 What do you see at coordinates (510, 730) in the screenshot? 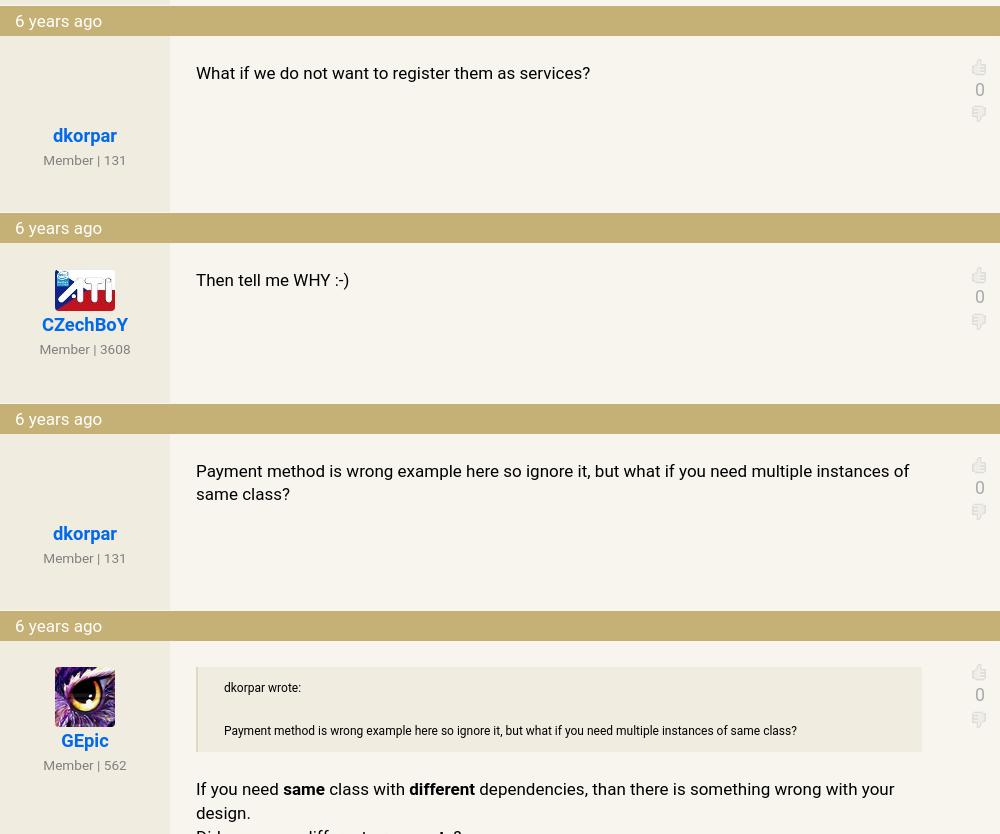
I see `'Payment method is wrong example here so ignore it, but what if you need
	multiple instances of same class?'` at bounding box center [510, 730].